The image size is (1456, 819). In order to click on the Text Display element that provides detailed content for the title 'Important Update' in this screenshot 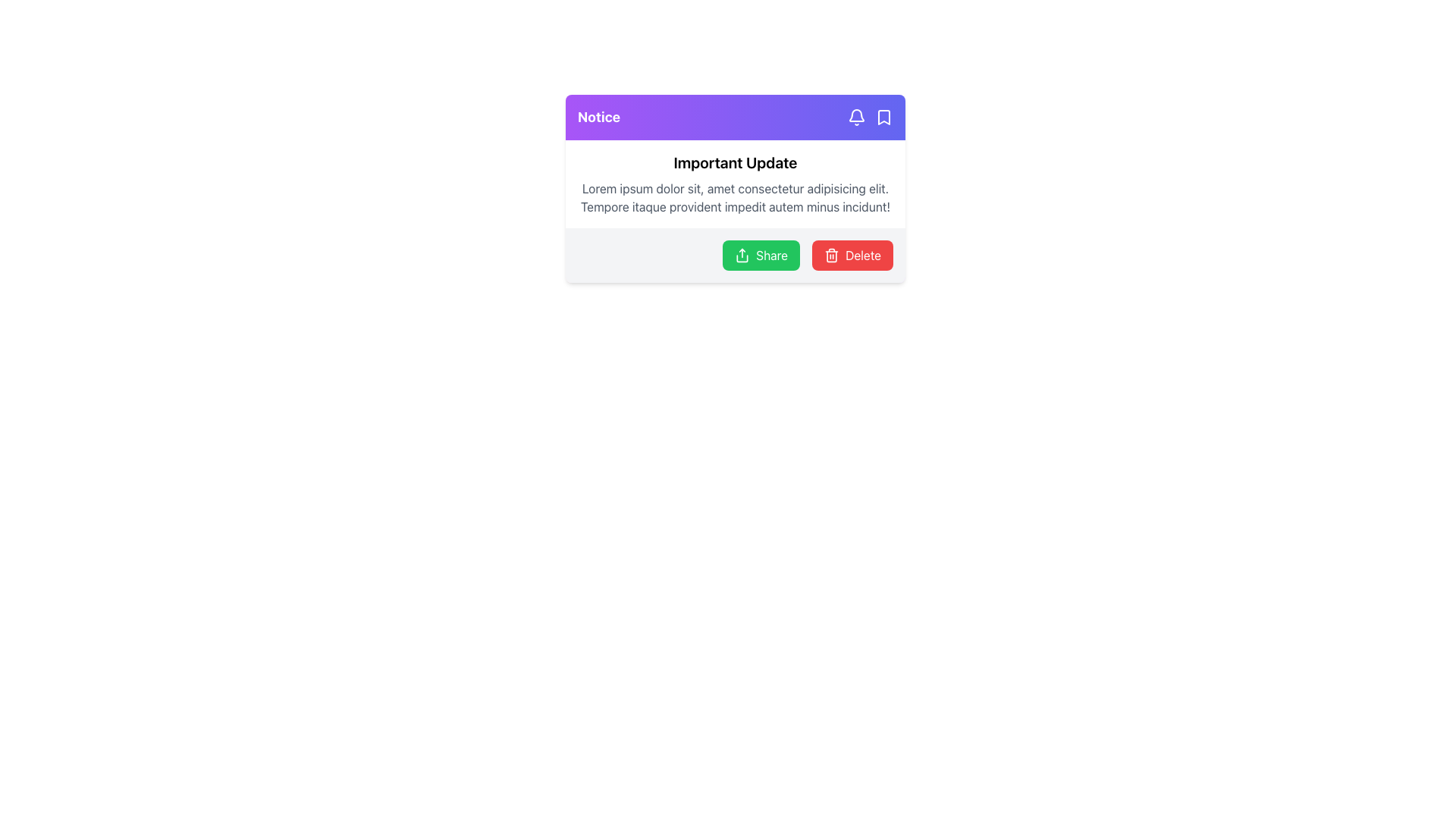, I will do `click(735, 197)`.